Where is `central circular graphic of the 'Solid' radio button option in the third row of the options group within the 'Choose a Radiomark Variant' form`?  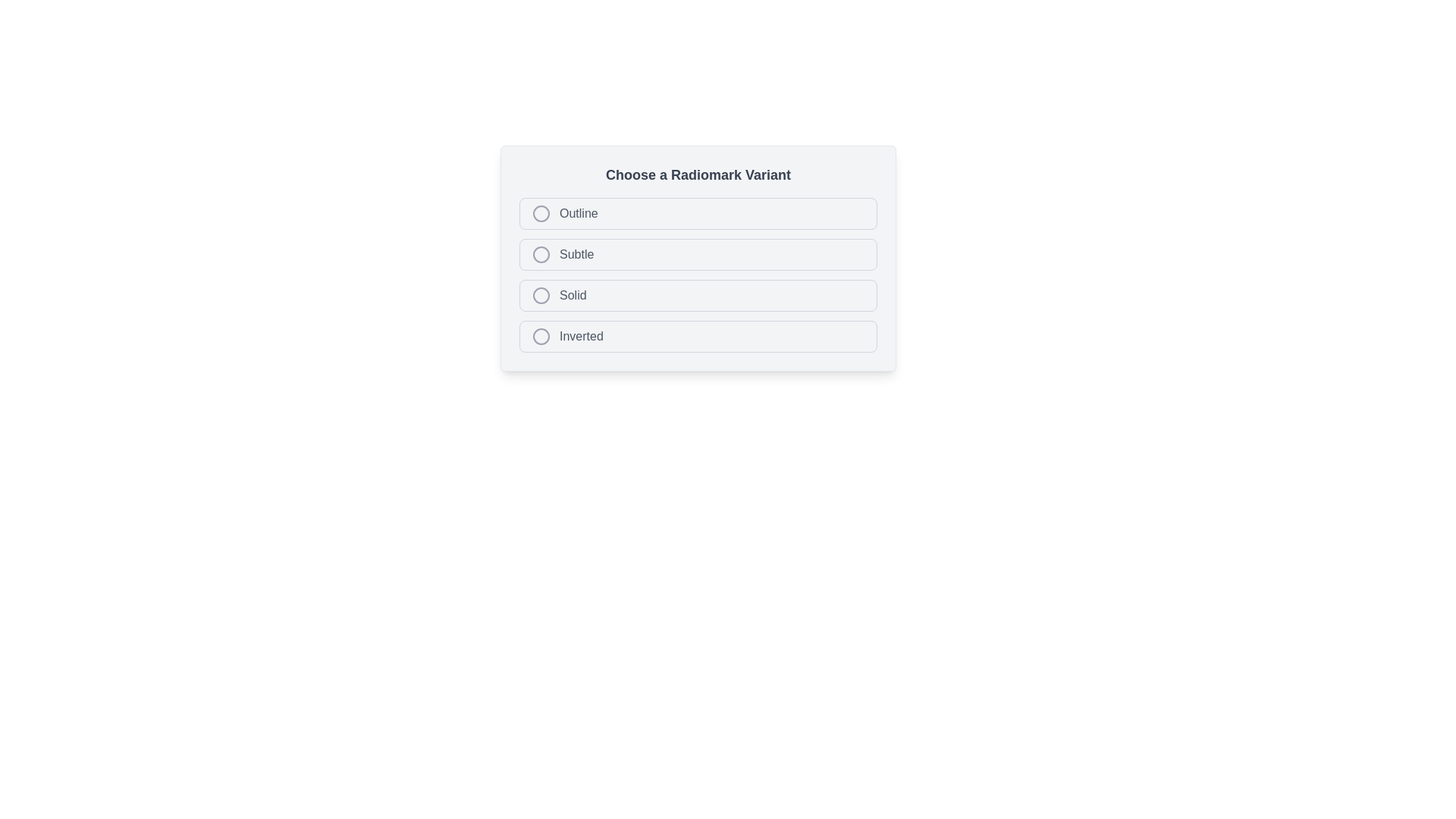
central circular graphic of the 'Solid' radio button option in the third row of the options group within the 'Choose a Radiomark Variant' form is located at coordinates (541, 295).